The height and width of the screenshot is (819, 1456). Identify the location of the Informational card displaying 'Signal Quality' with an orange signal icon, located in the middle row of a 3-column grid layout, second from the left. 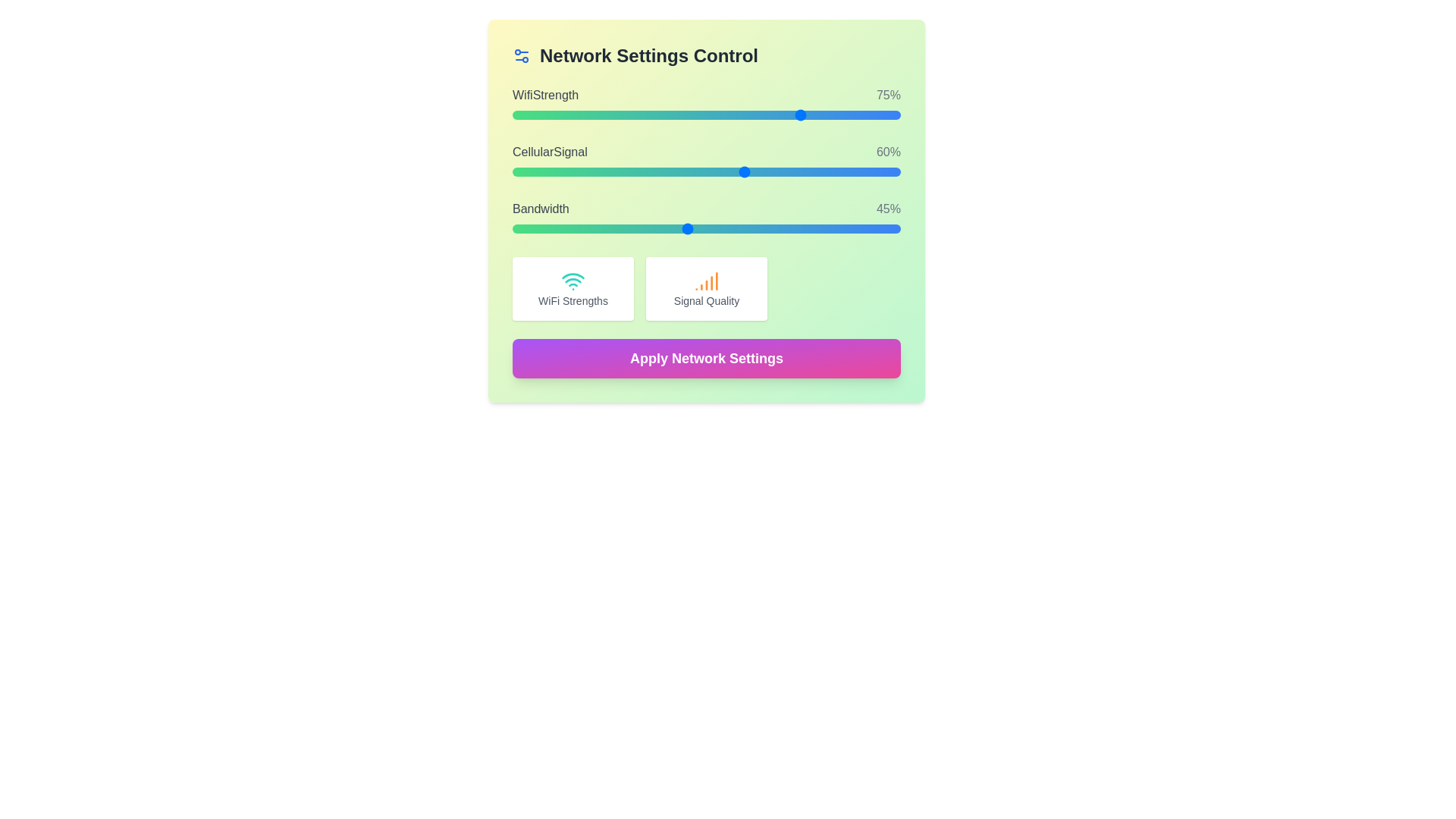
(705, 289).